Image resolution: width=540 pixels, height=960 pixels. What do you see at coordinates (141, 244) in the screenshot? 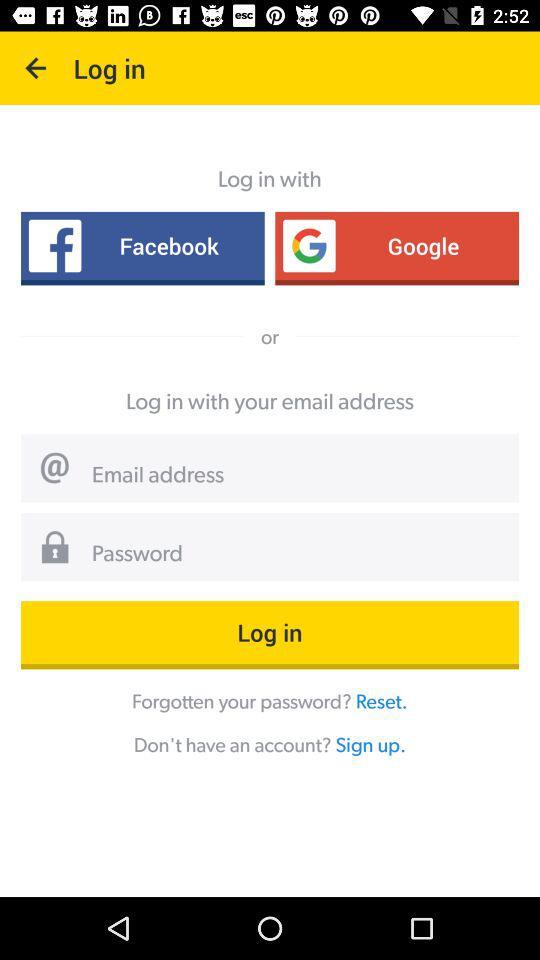
I see `the facebook icon` at bounding box center [141, 244].